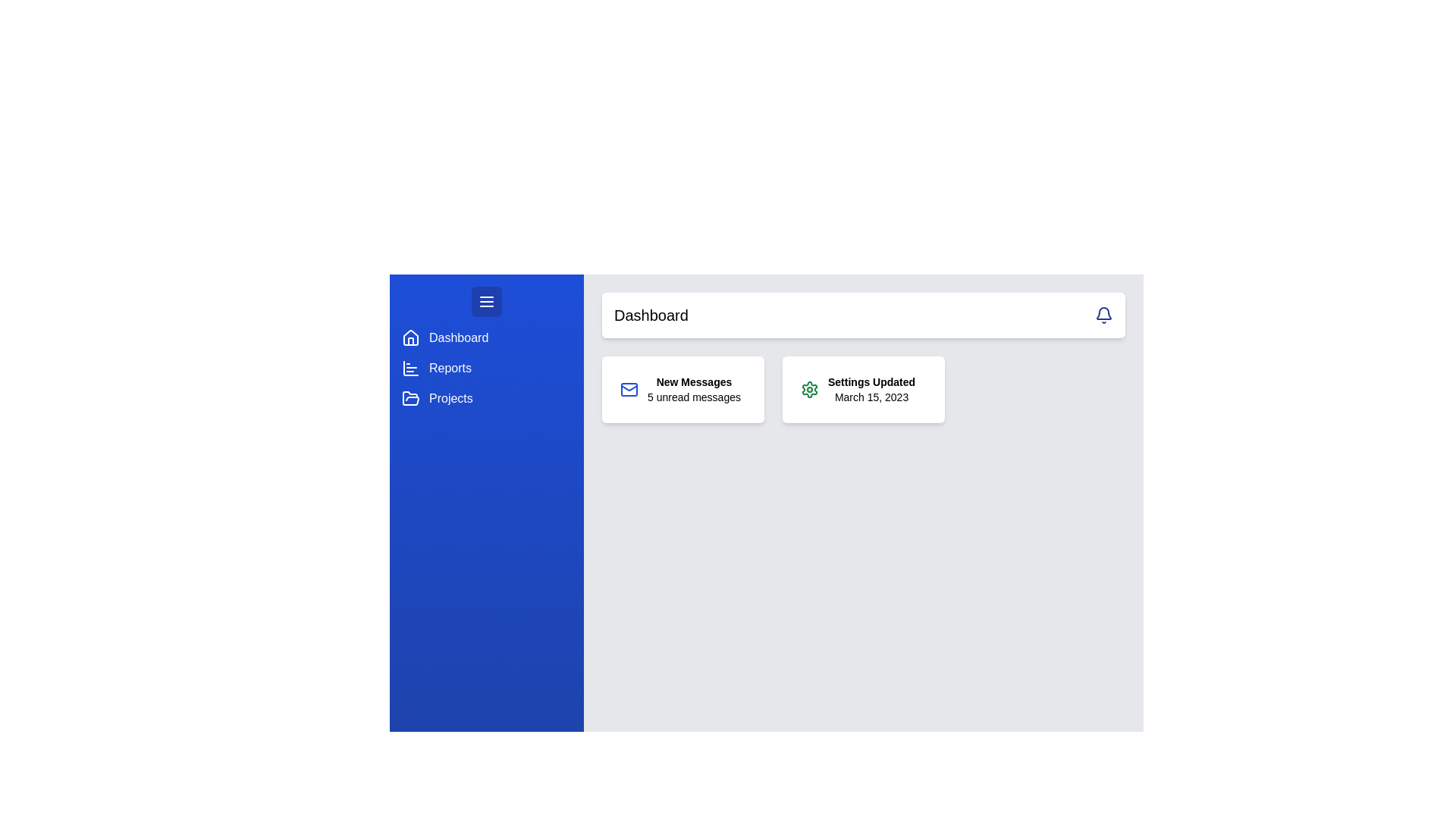 The width and height of the screenshot is (1456, 819). What do you see at coordinates (487, 369) in the screenshot?
I see `the second item in the vertical navigation menu located on the left side of the page, which is positioned below the 'Dashboard' row and above the 'Projects' row` at bounding box center [487, 369].